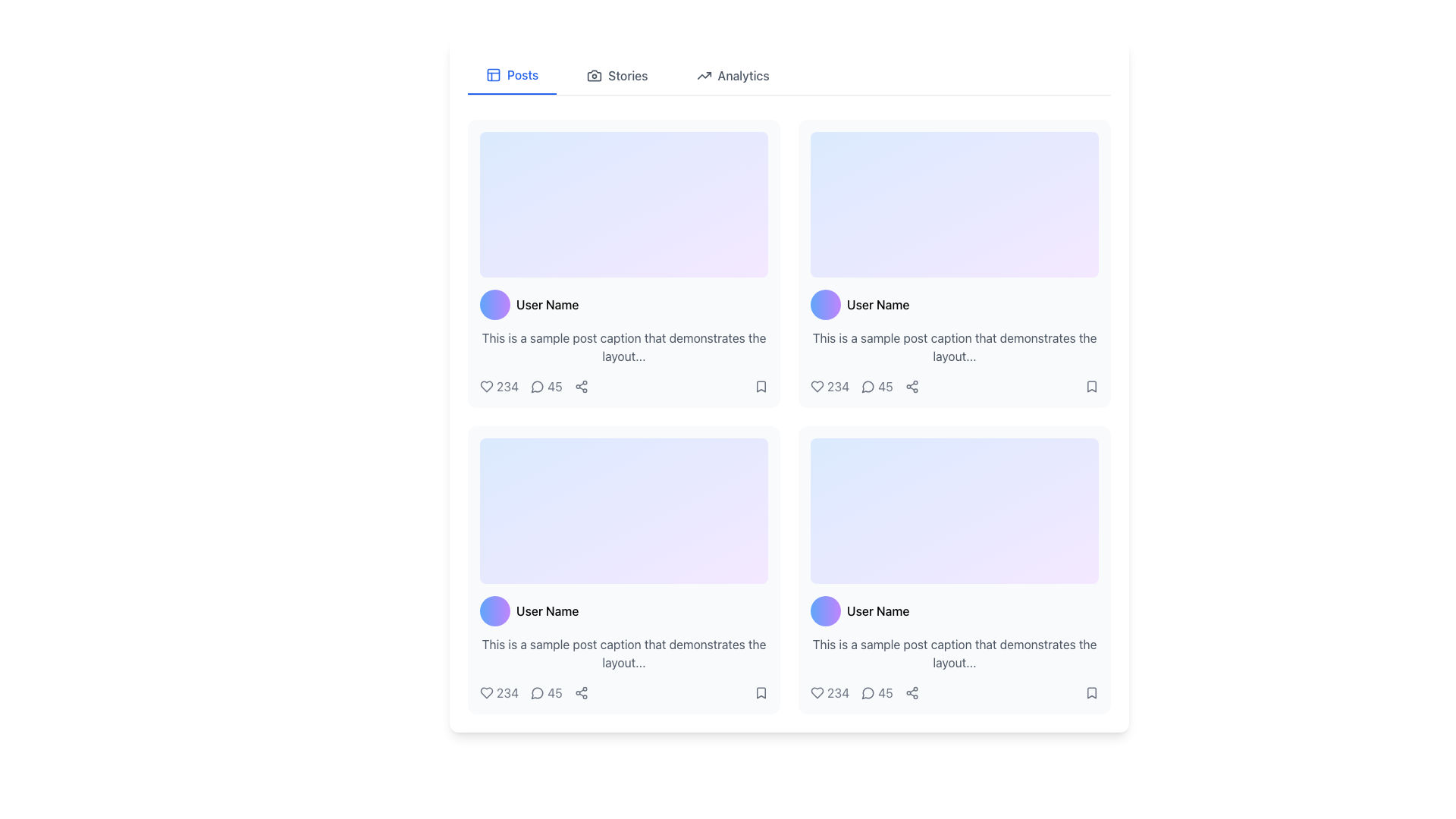 The image size is (1456, 819). Describe the element at coordinates (911, 385) in the screenshot. I see `the share icon button, which resembles interconnected circles with lines and is located in the bottom-right corner of the post card, to share the post` at that location.